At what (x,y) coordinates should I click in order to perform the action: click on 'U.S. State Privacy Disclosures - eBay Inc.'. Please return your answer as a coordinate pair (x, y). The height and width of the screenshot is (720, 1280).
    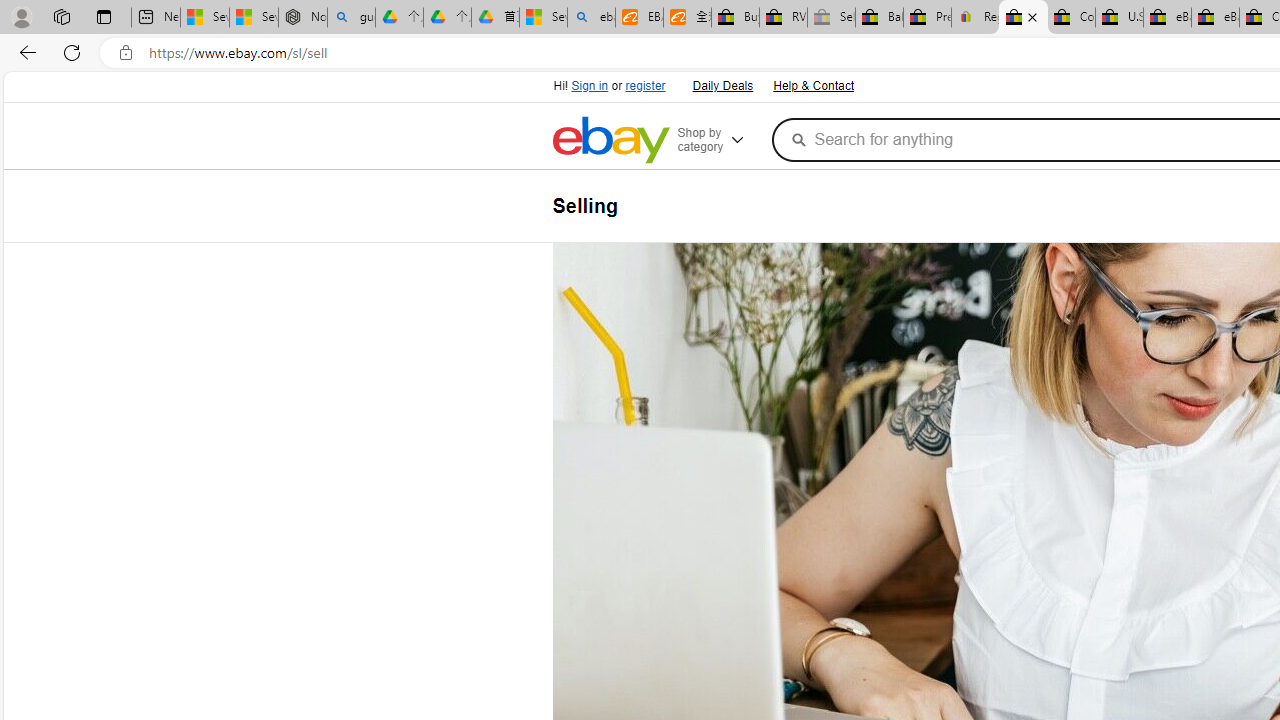
    Looking at the image, I should click on (1118, 17).